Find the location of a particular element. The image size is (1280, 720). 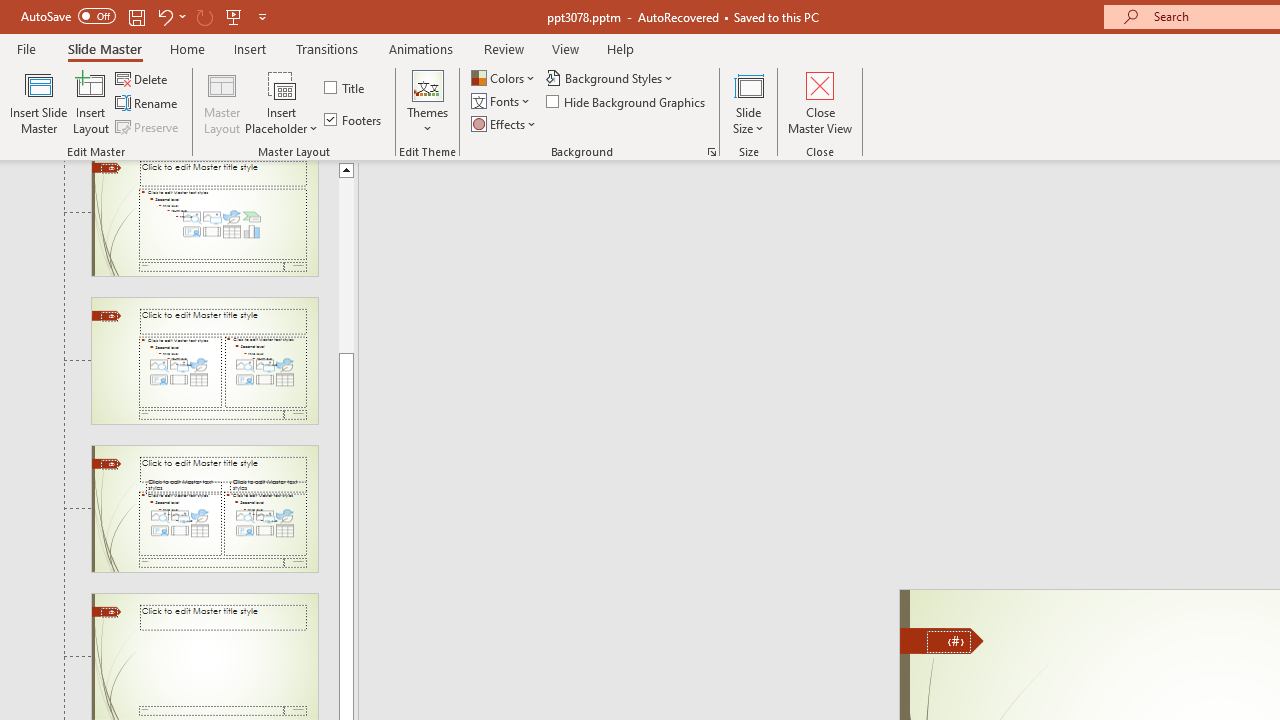

'Slide Comparison Layout: used by no slides' is located at coordinates (204, 507).